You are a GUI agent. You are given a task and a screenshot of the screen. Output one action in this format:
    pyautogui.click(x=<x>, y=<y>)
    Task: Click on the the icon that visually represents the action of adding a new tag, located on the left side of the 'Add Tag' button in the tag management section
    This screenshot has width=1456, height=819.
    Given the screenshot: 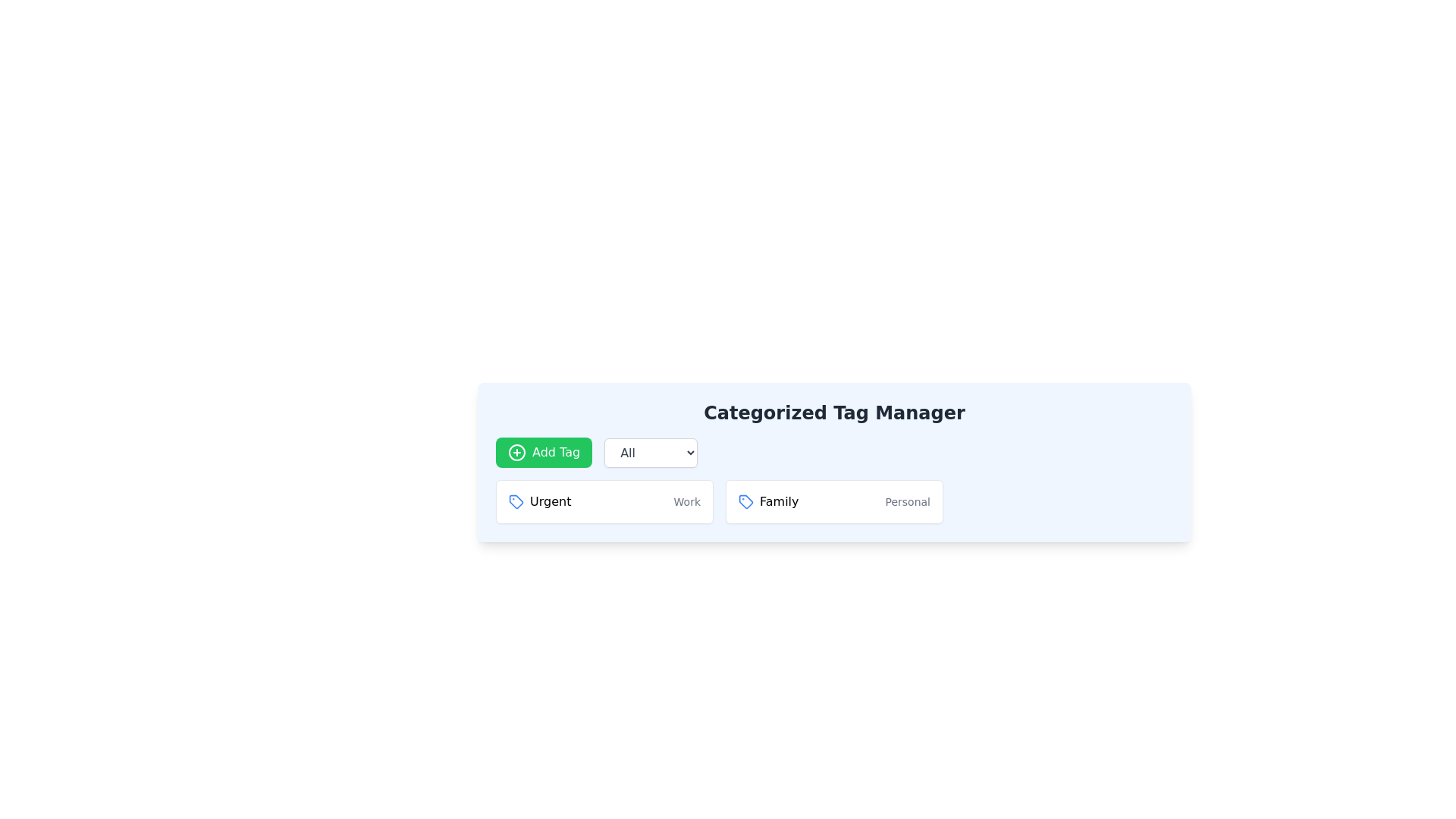 What is the action you would take?
    pyautogui.click(x=516, y=452)
    